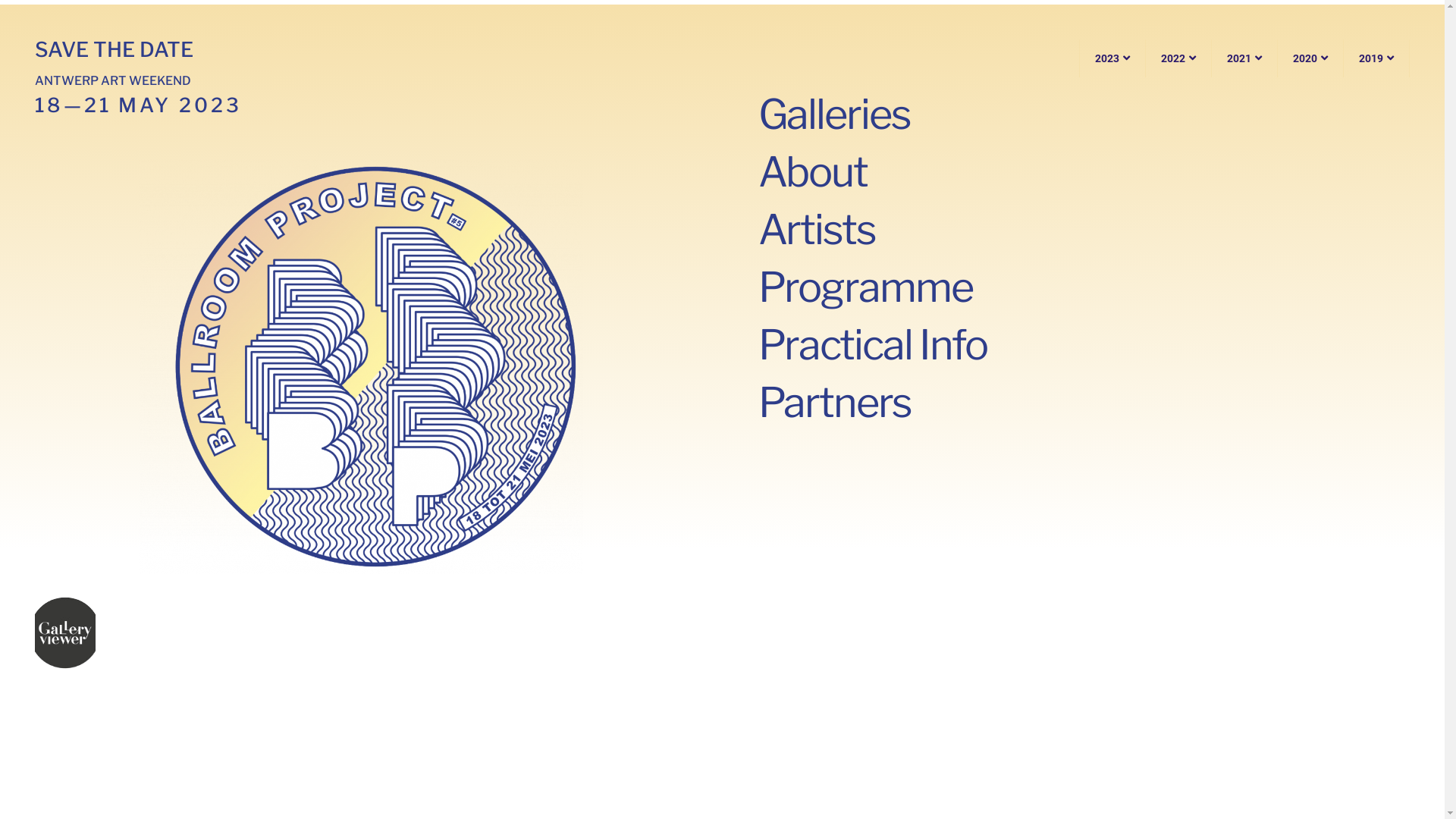 The image size is (1456, 819). I want to click on '2019', so click(1376, 58).